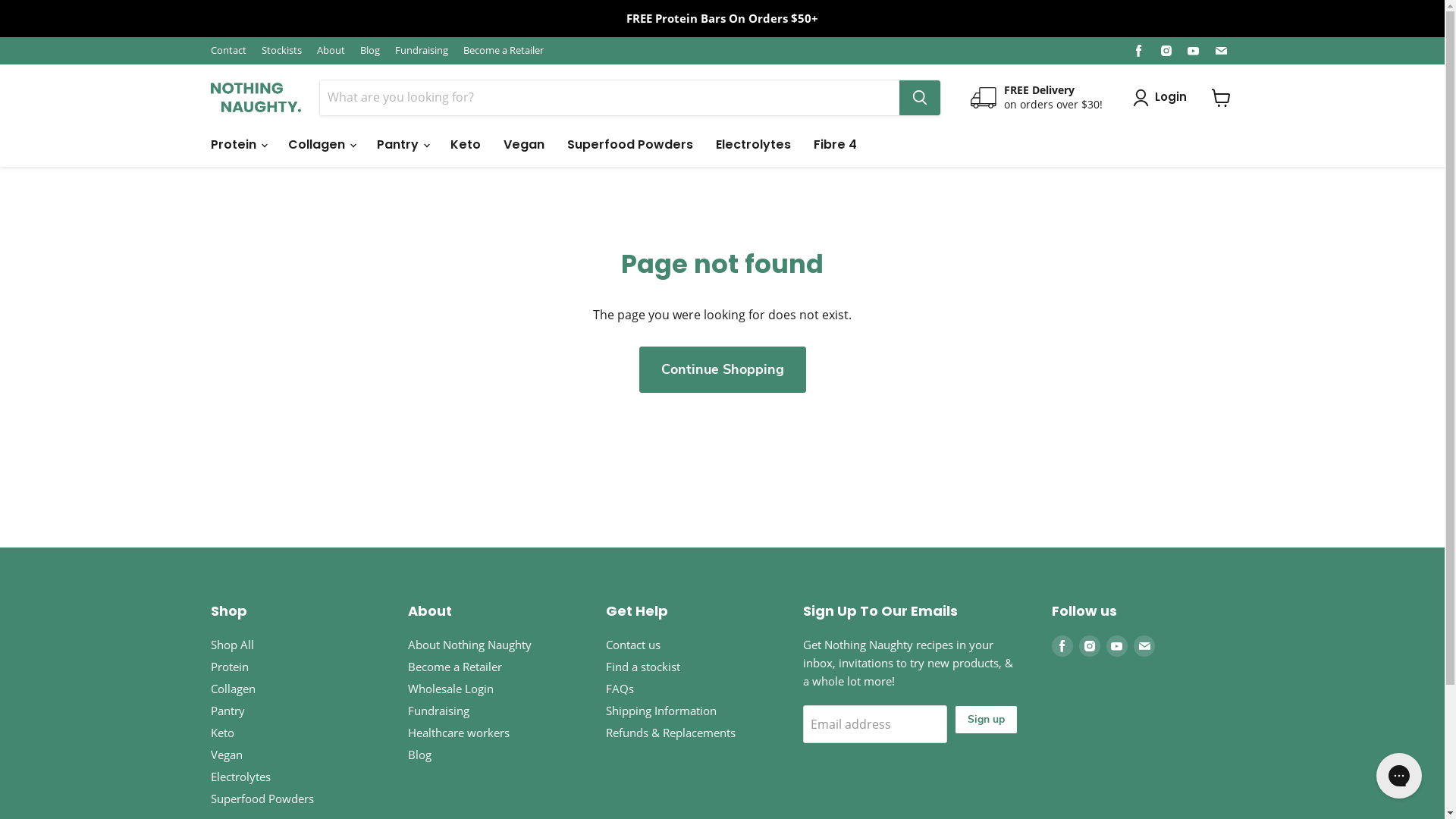  I want to click on 'Stockists', so click(281, 49).